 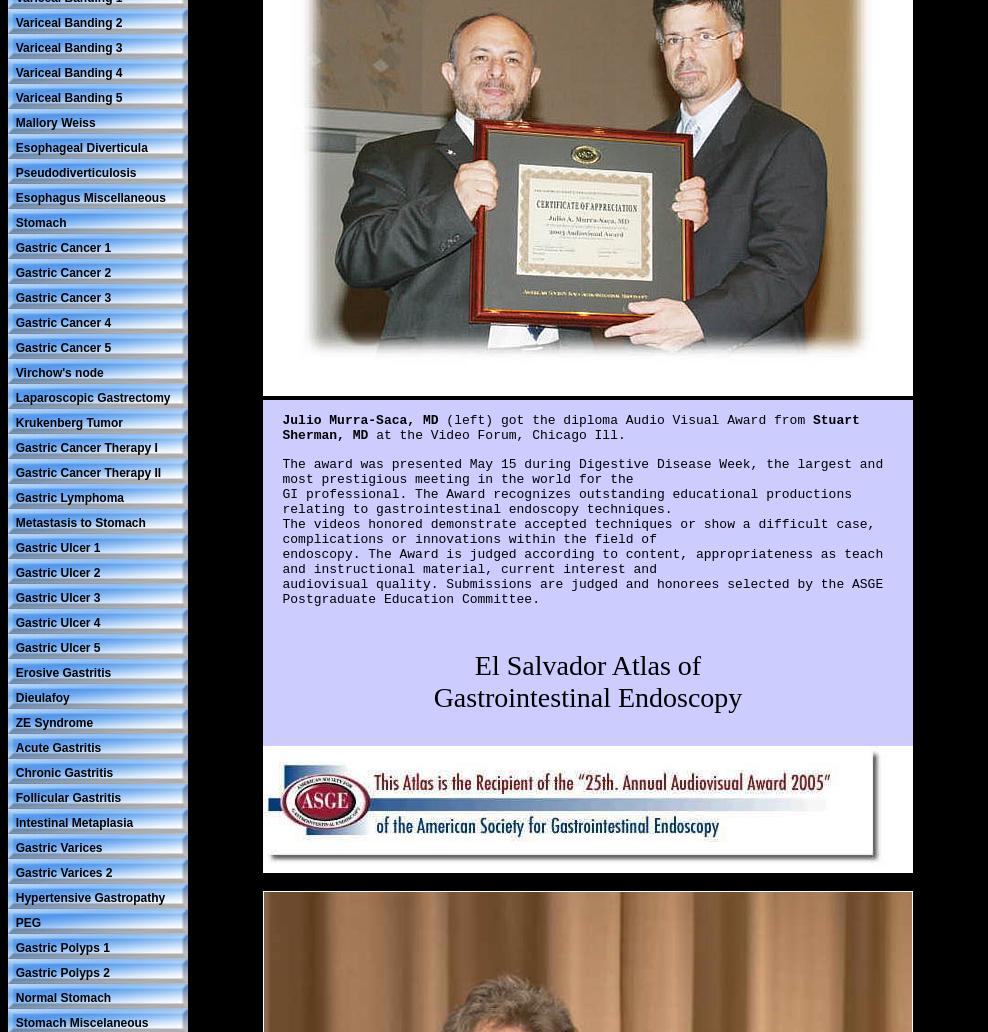 What do you see at coordinates (81, 1020) in the screenshot?
I see `'Stomach Miscelaneous'` at bounding box center [81, 1020].